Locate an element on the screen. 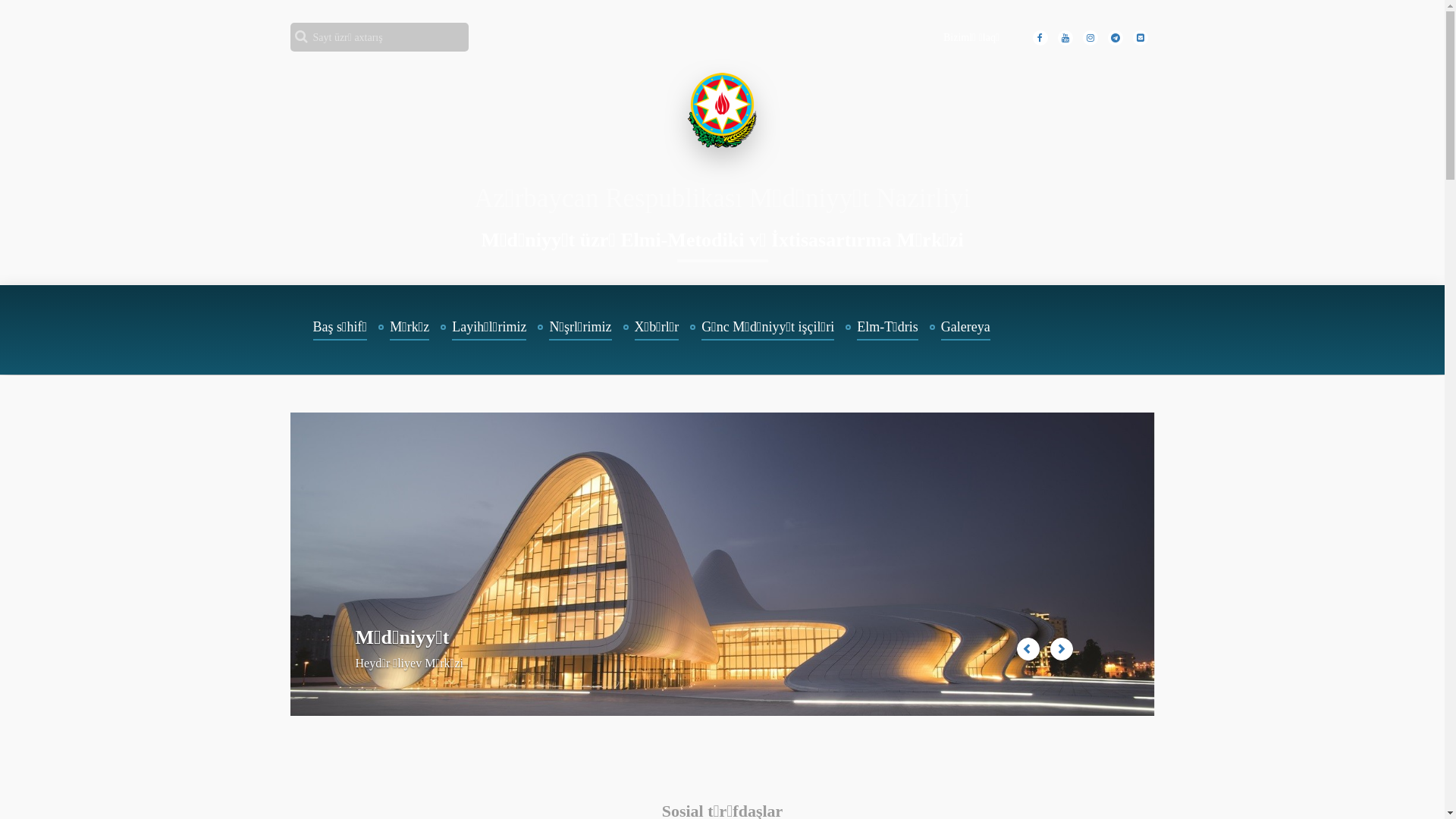  'Galereya' is located at coordinates (928, 329).